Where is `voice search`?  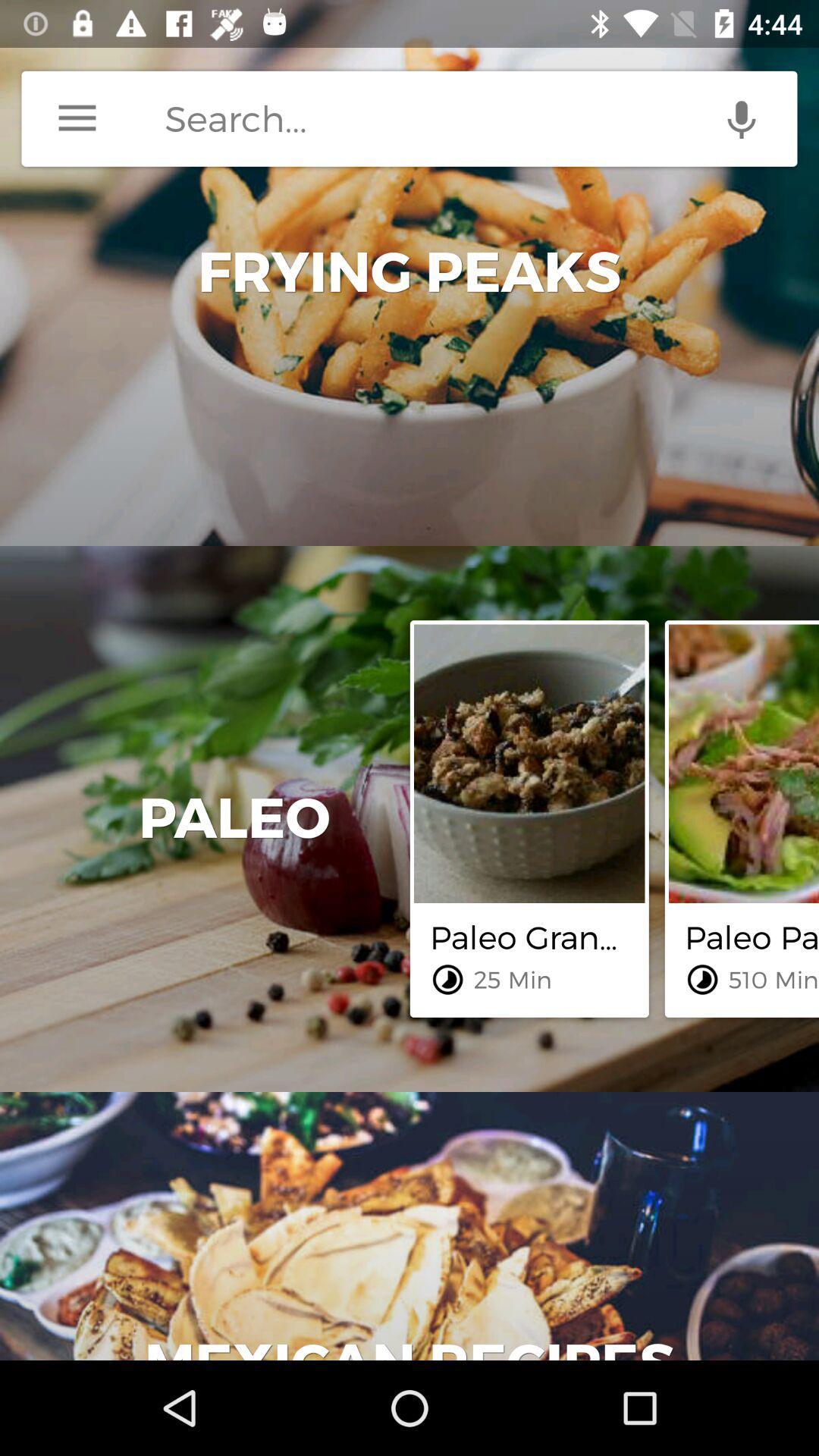
voice search is located at coordinates (741, 118).